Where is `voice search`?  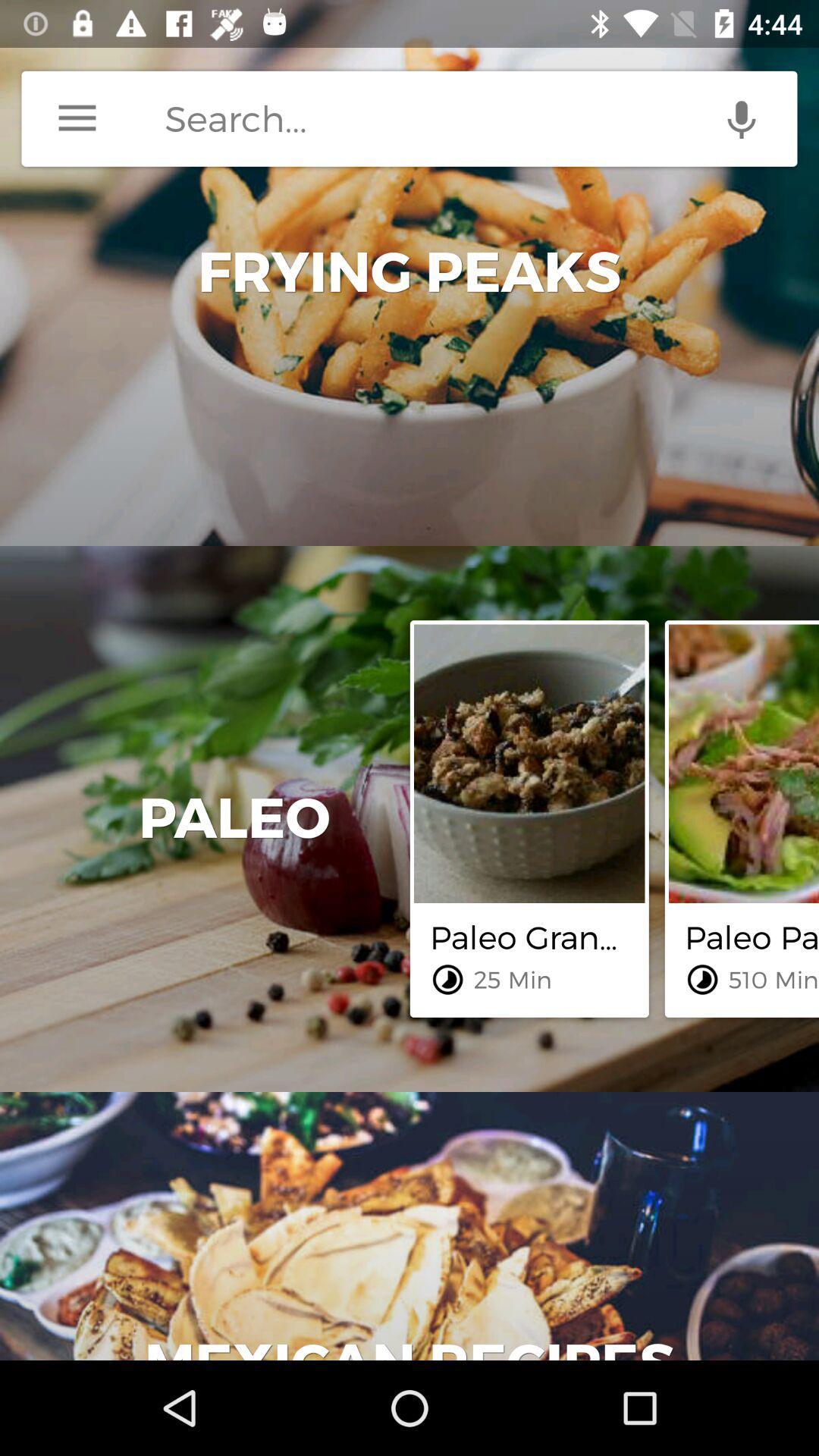
voice search is located at coordinates (741, 118).